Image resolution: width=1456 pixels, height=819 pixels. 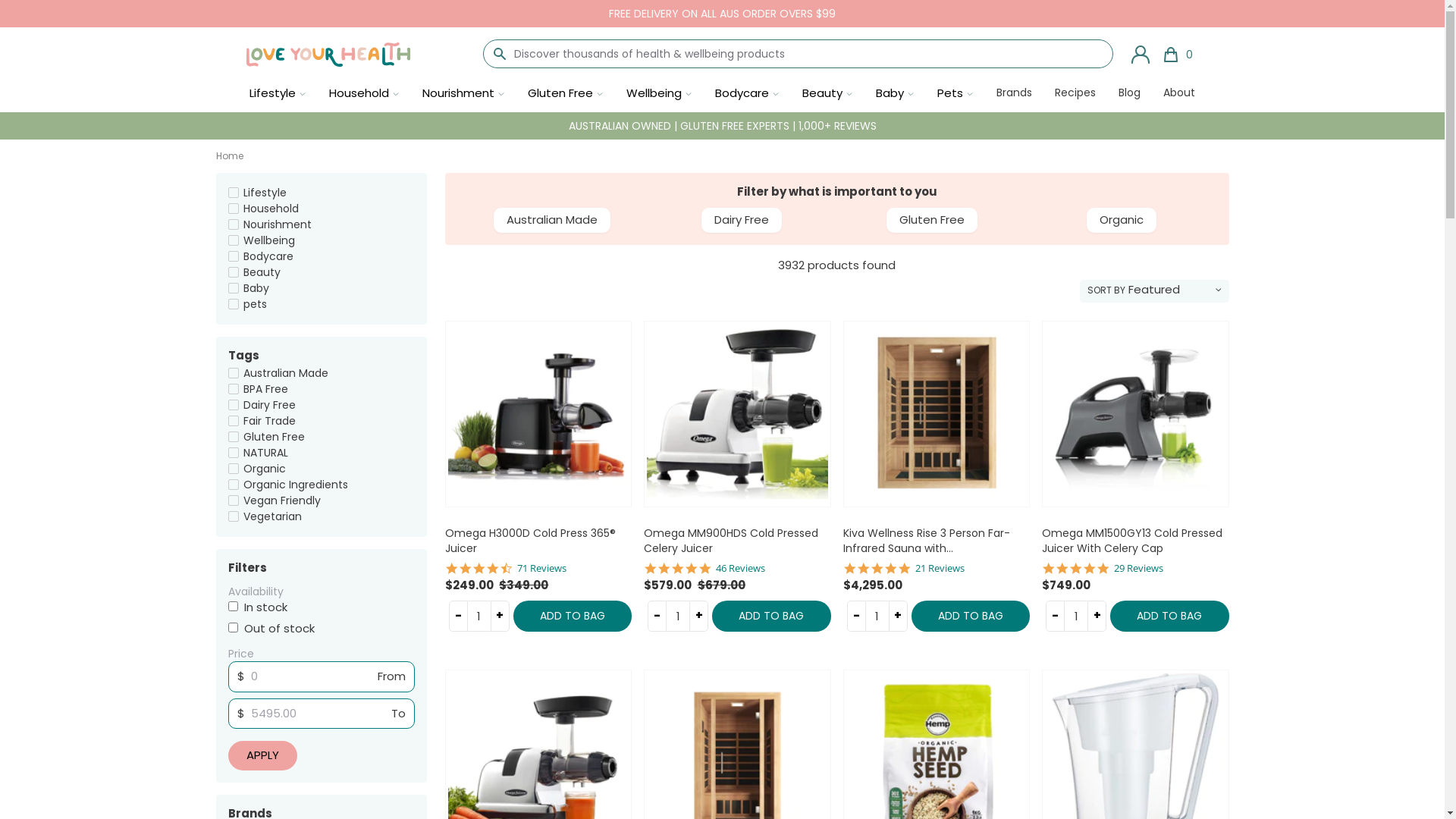 What do you see at coordinates (1014, 93) in the screenshot?
I see `'Brands'` at bounding box center [1014, 93].